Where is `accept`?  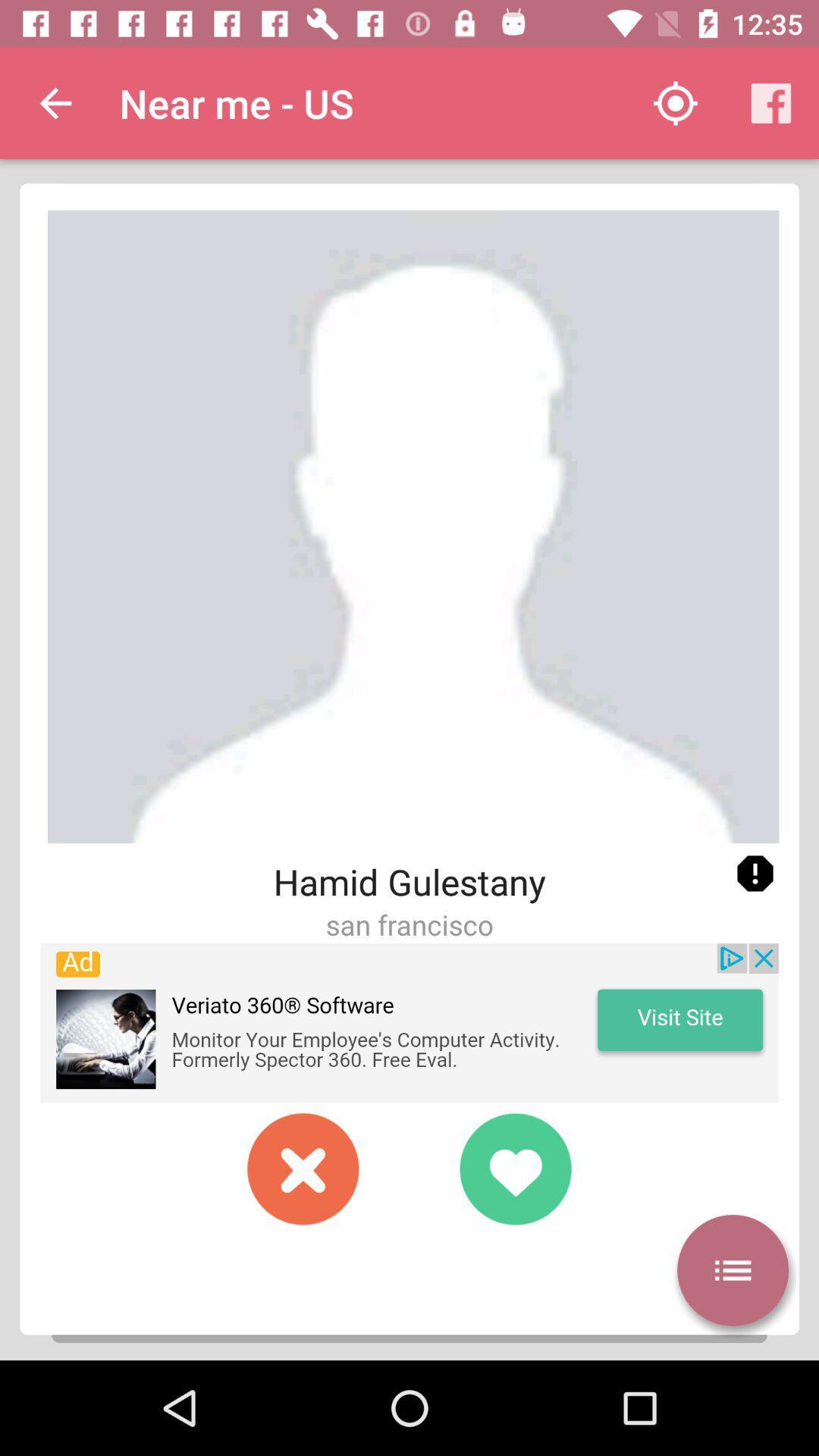
accept is located at coordinates (514, 1168).